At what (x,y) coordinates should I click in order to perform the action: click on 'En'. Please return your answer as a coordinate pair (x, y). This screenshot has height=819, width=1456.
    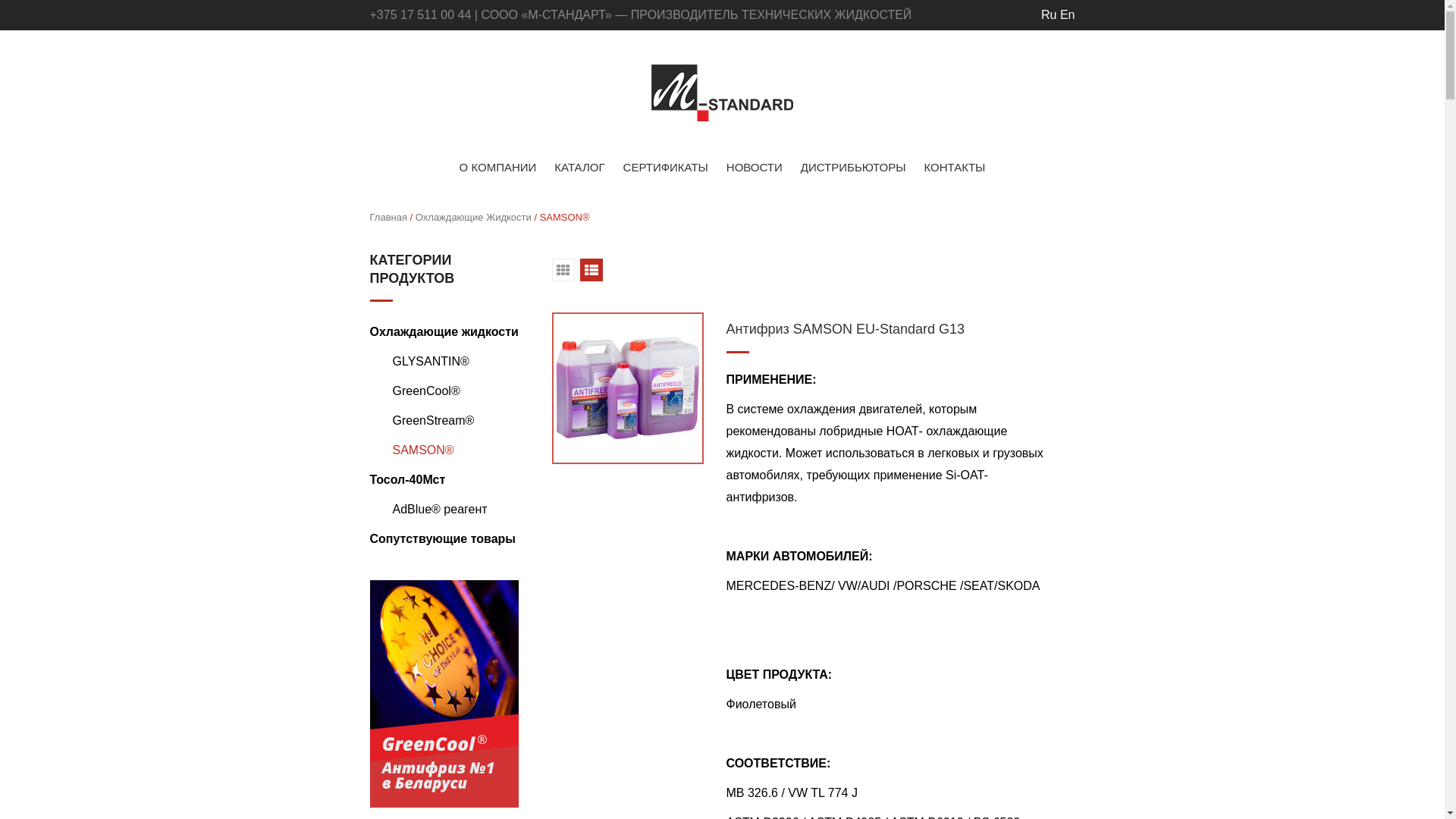
    Looking at the image, I should click on (1066, 14).